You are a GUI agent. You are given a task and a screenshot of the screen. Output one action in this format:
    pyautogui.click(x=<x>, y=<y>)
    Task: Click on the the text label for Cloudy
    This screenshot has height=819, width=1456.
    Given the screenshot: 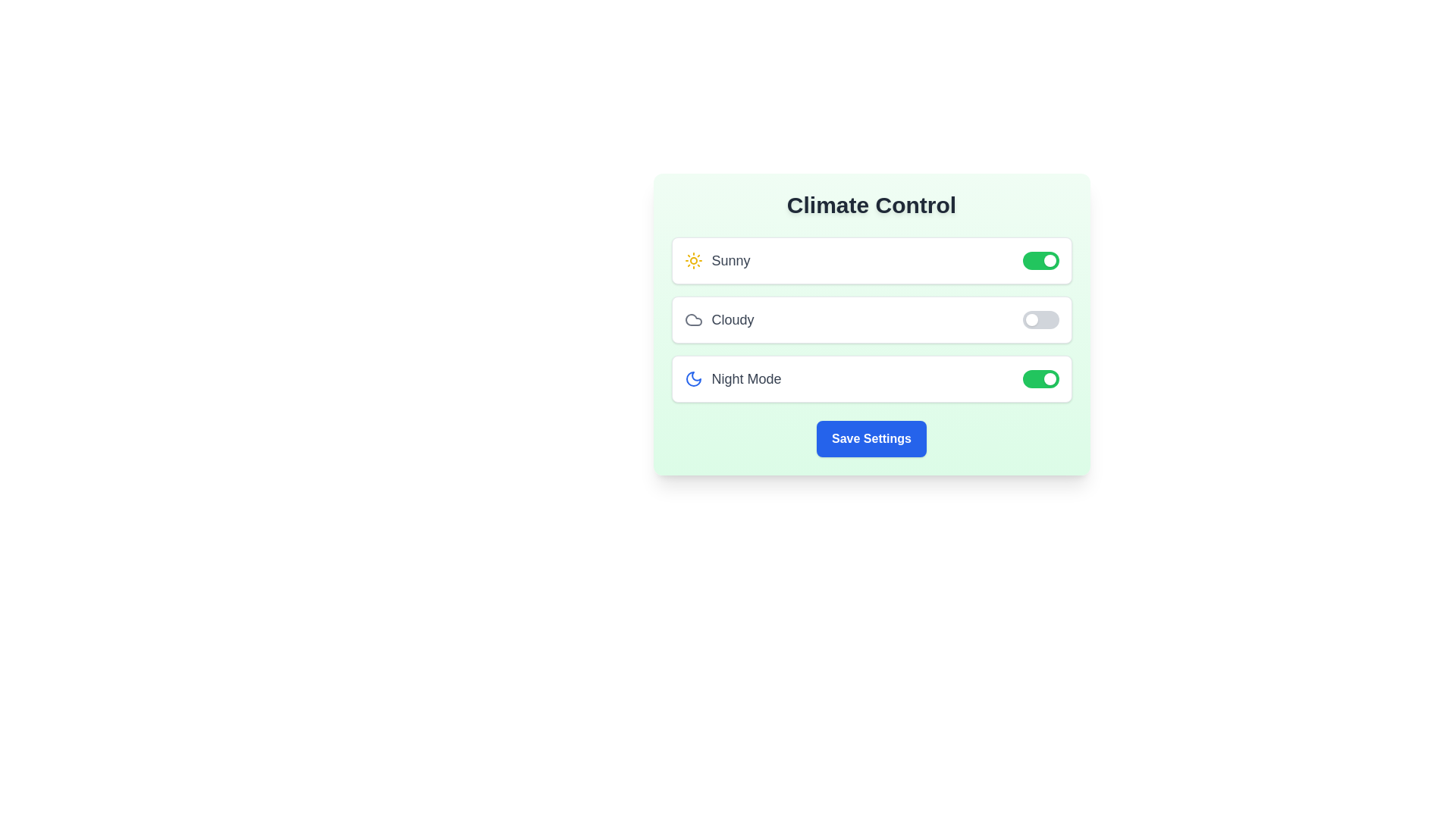 What is the action you would take?
    pyautogui.click(x=718, y=318)
    